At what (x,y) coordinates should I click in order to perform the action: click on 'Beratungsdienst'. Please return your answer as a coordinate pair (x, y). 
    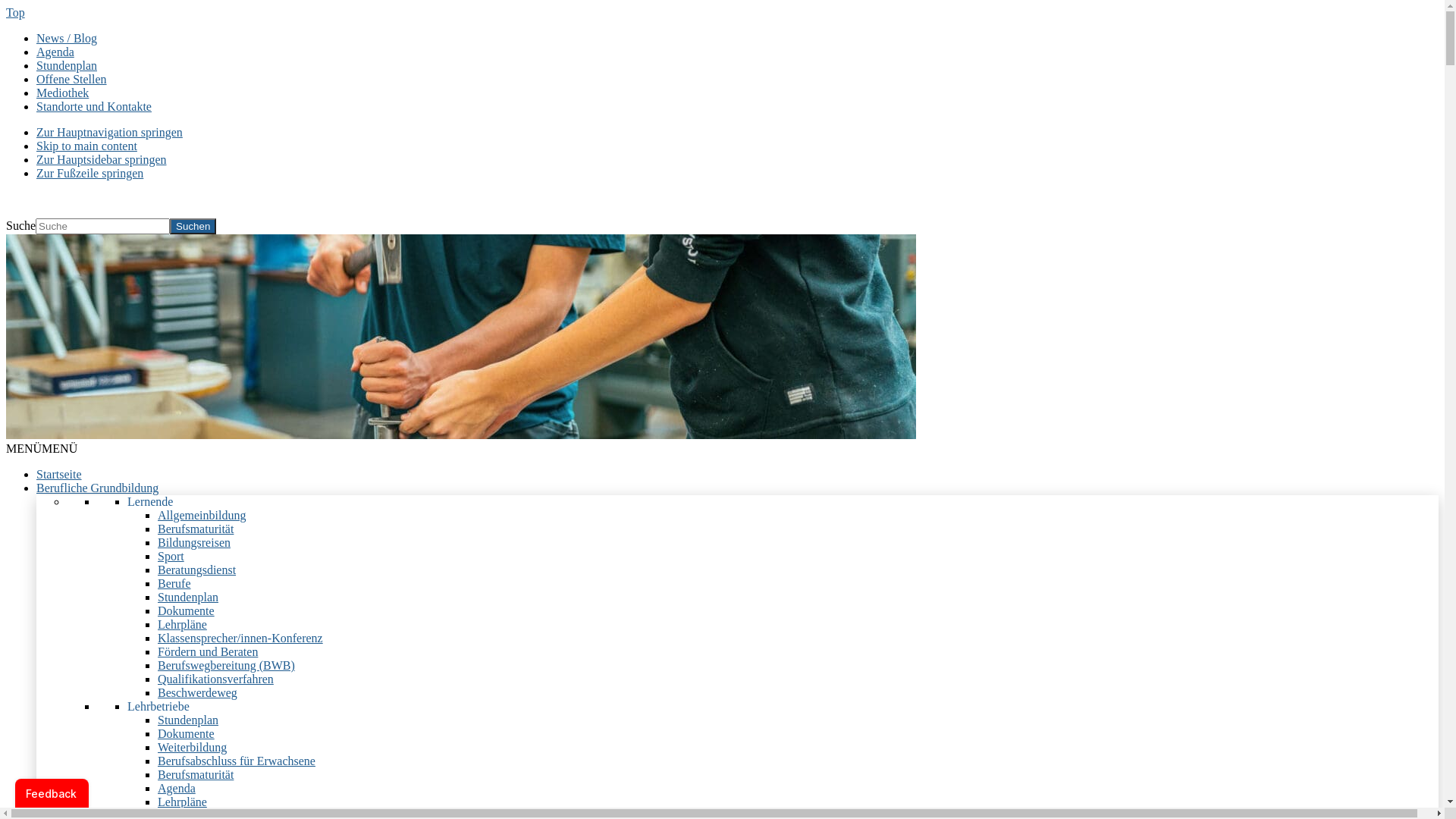
    Looking at the image, I should click on (157, 570).